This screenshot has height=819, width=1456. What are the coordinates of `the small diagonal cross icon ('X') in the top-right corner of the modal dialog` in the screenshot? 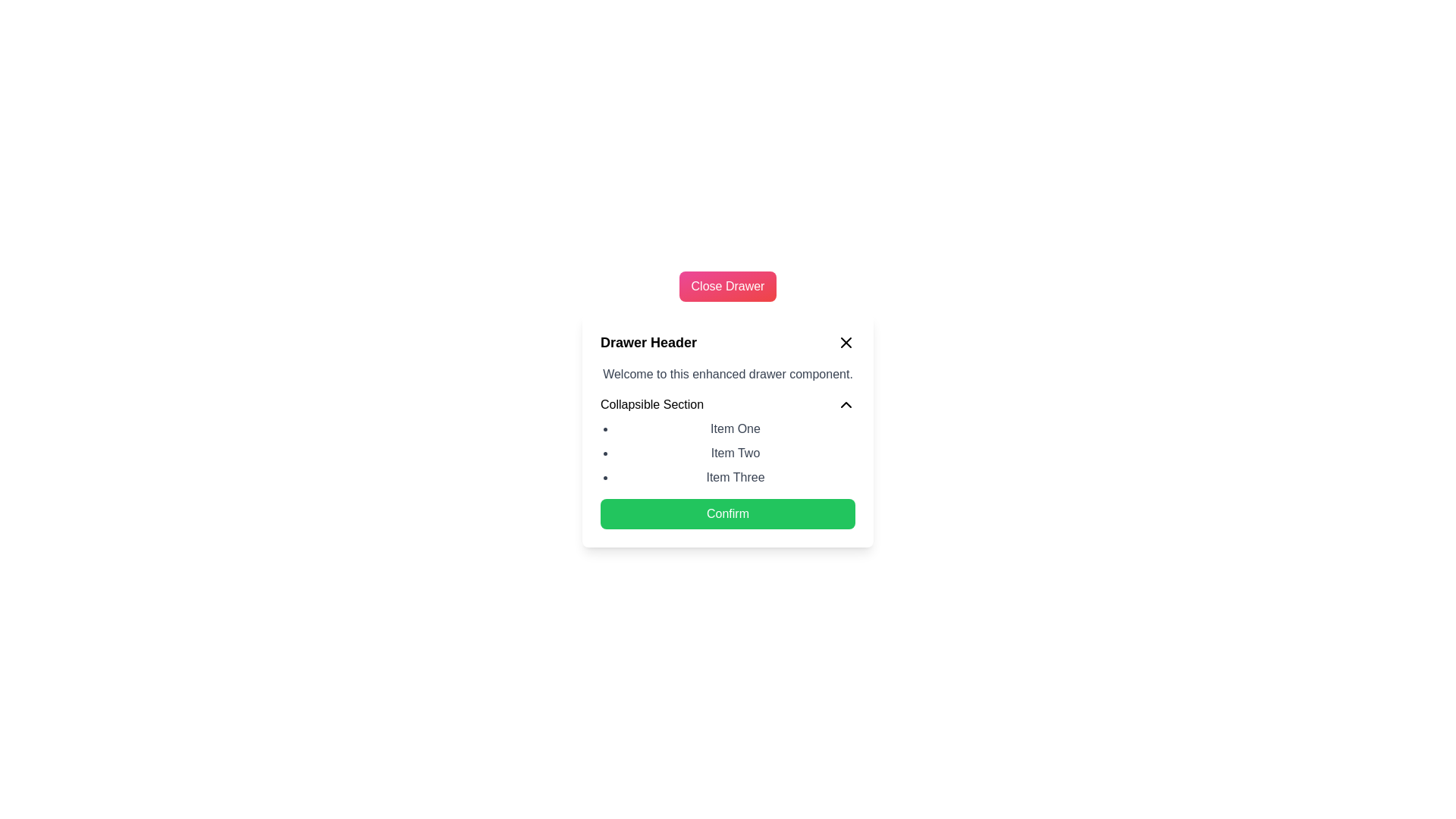 It's located at (846, 342).